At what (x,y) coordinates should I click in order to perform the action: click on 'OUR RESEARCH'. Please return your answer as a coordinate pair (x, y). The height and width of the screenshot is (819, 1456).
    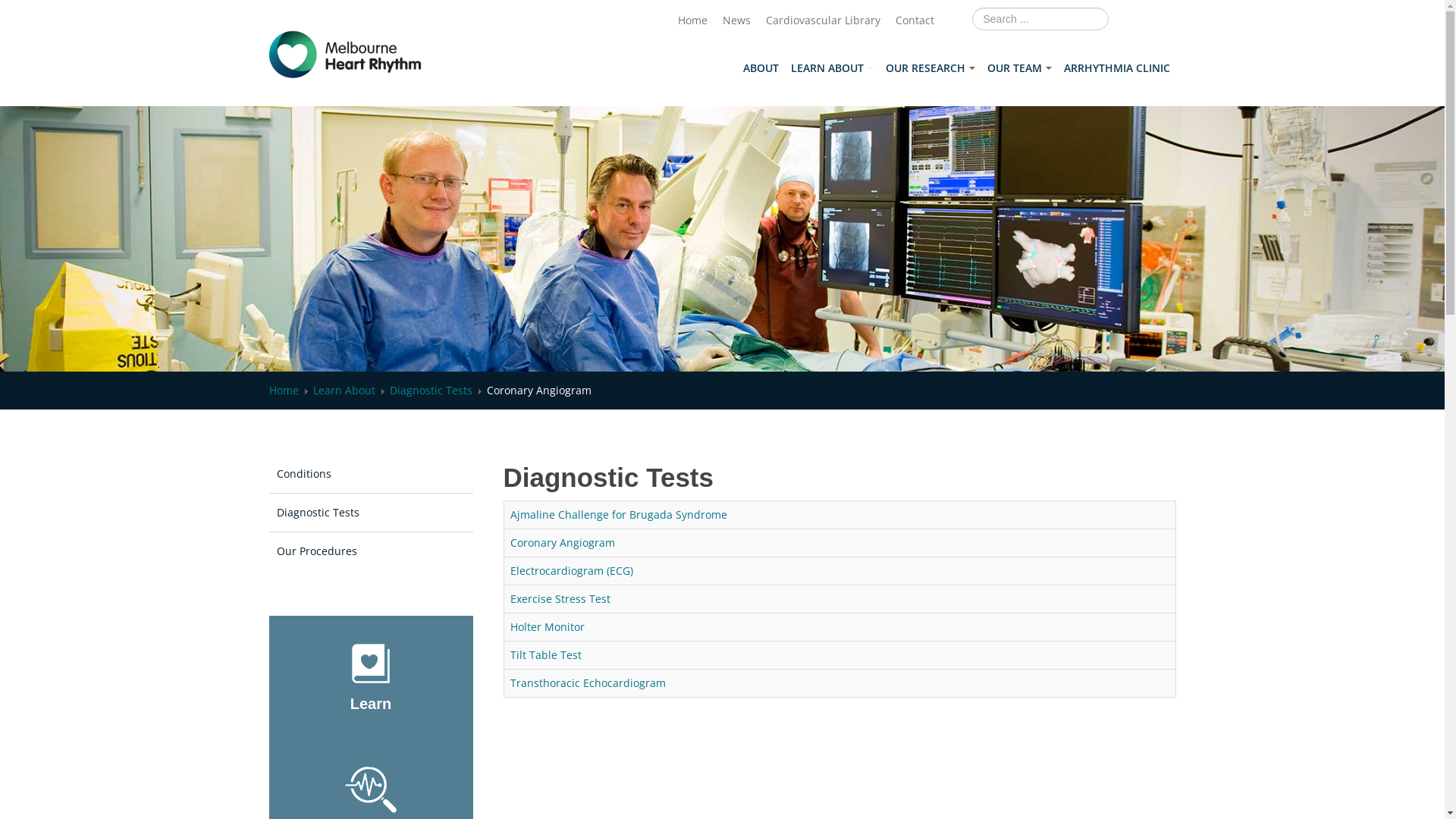
    Looking at the image, I should click on (880, 67).